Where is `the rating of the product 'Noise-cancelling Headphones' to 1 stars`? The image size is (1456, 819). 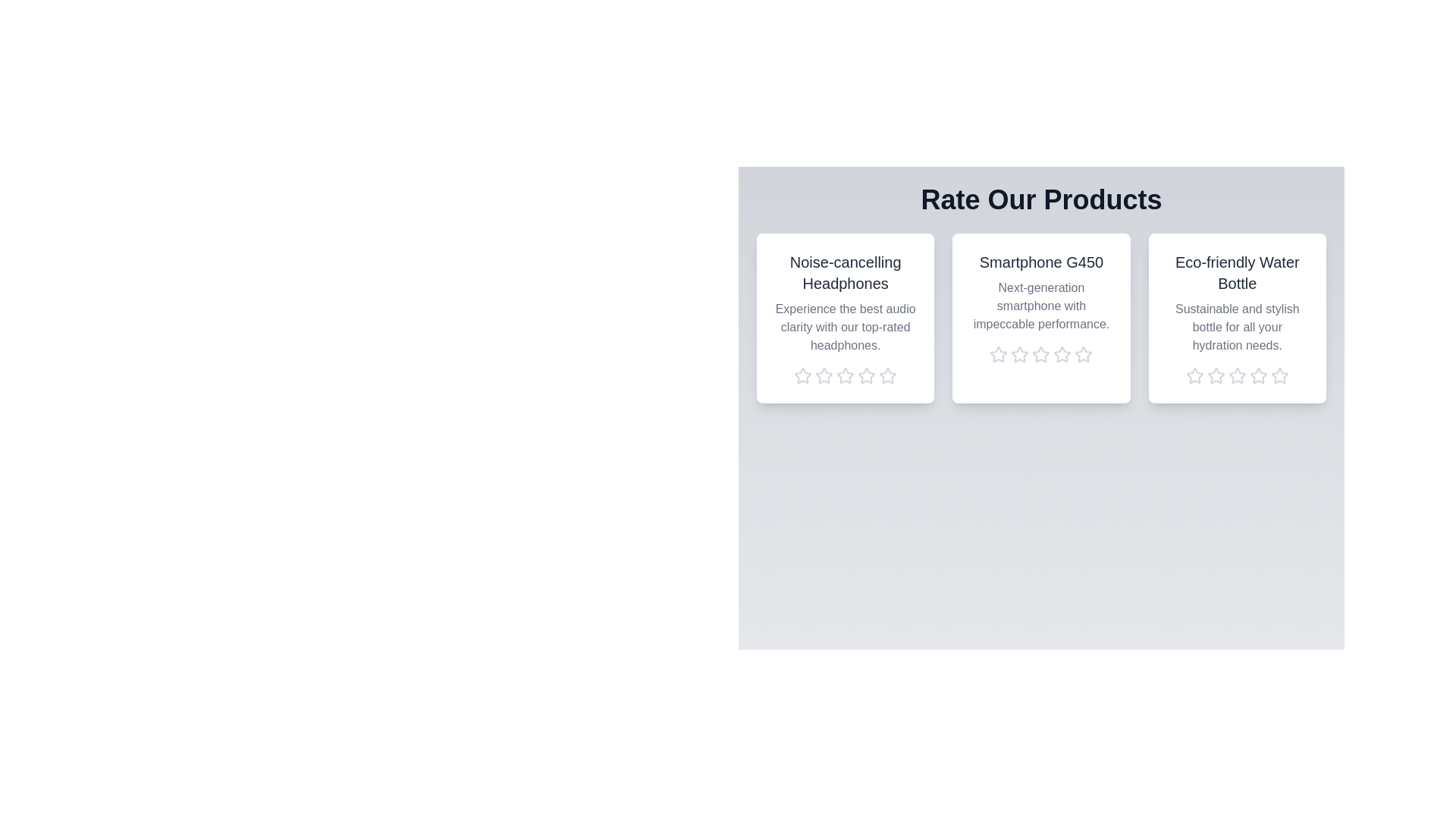 the rating of the product 'Noise-cancelling Headphones' to 1 stars is located at coordinates (802, 375).